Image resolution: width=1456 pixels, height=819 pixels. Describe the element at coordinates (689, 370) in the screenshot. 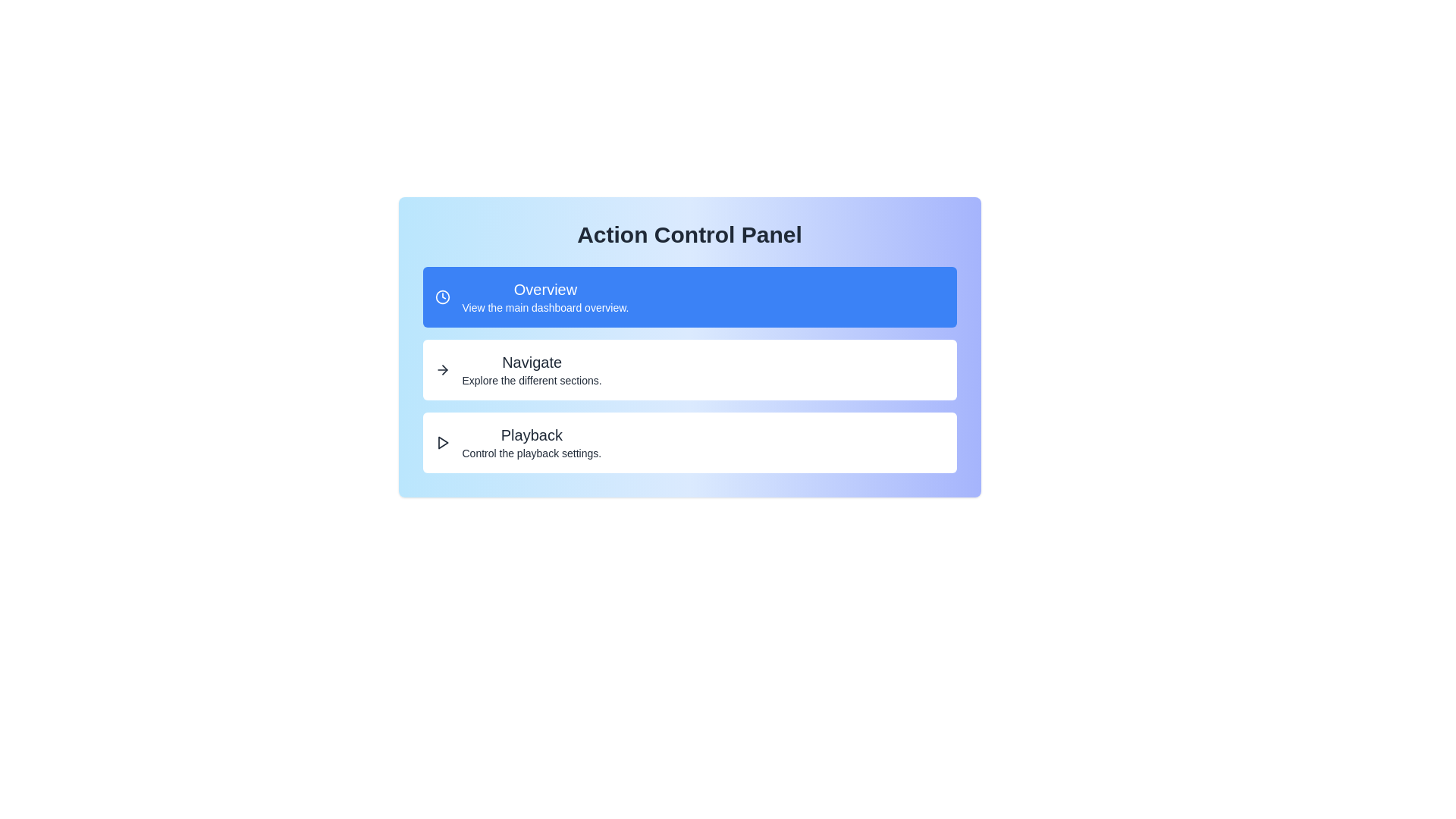

I see `the white rectangular button with rounded corners located in the center of the 'Action Control Panel', positioned below the 'Overview' section and above the 'Playback' section` at that location.